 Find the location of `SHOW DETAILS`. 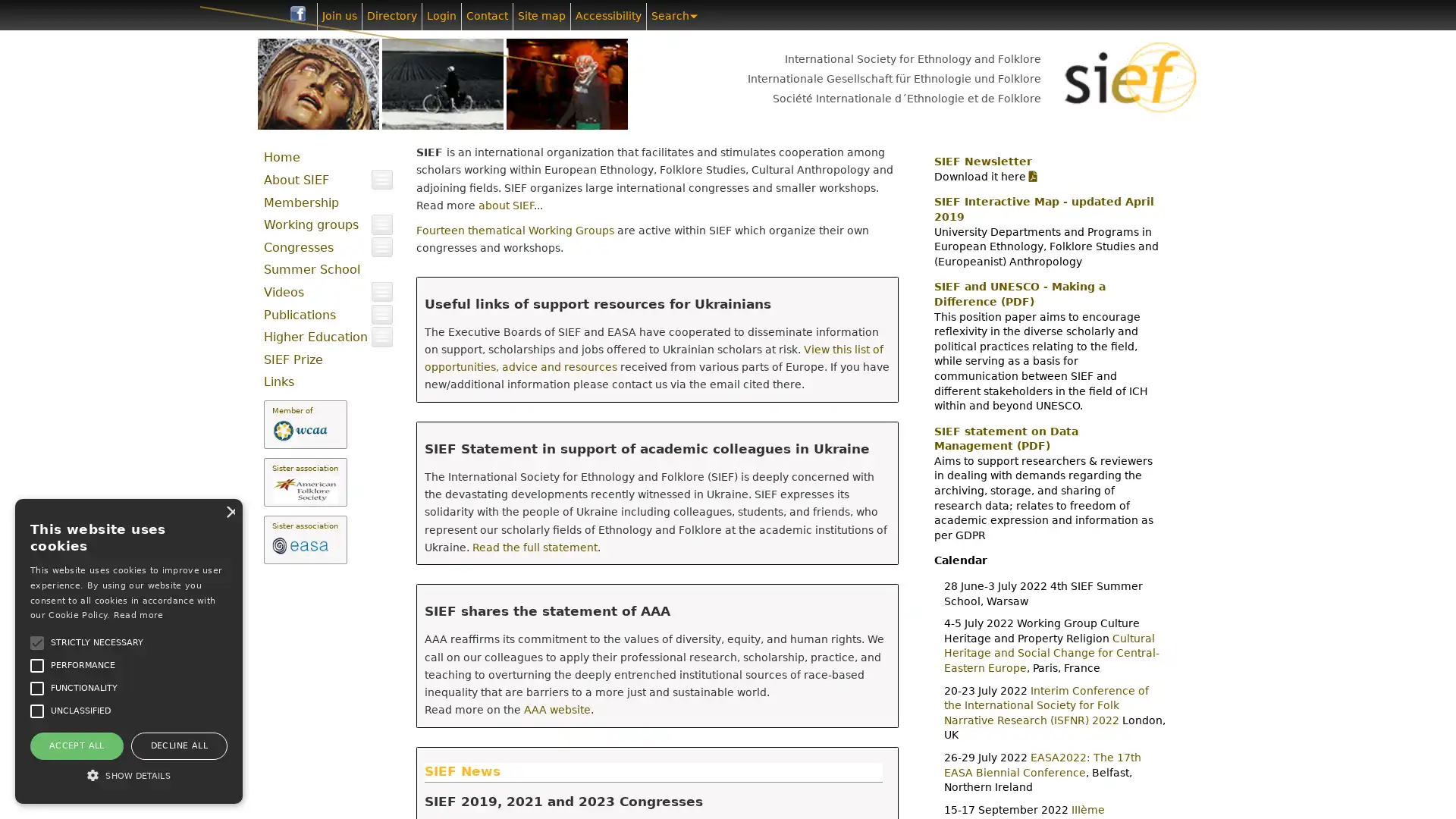

SHOW DETAILS is located at coordinates (128, 775).